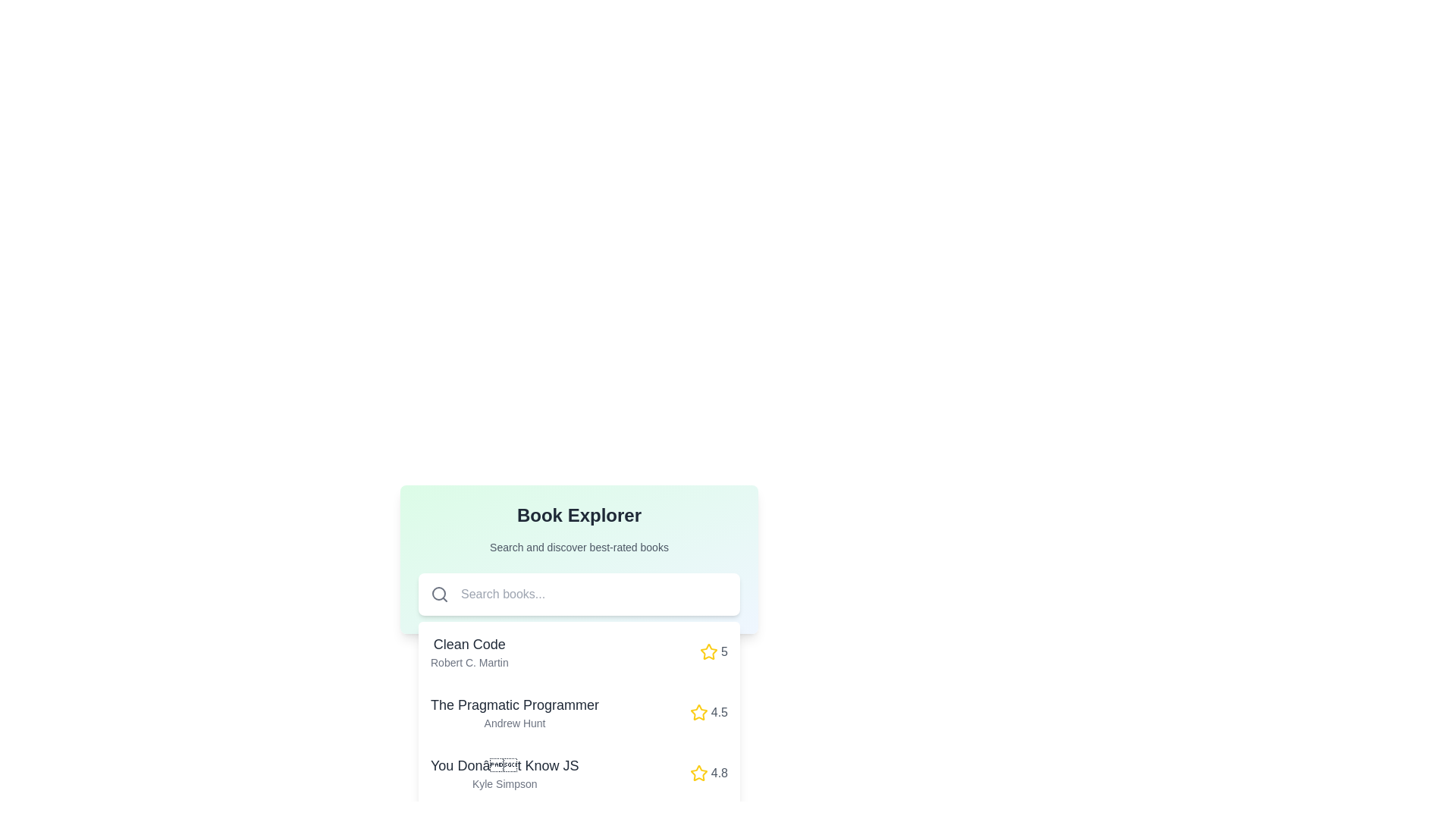 The width and height of the screenshot is (1456, 819). Describe the element at coordinates (698, 713) in the screenshot. I see `the star icon that indicates a rating of '4.5' for 'The Pragmatic Programmer'` at that location.